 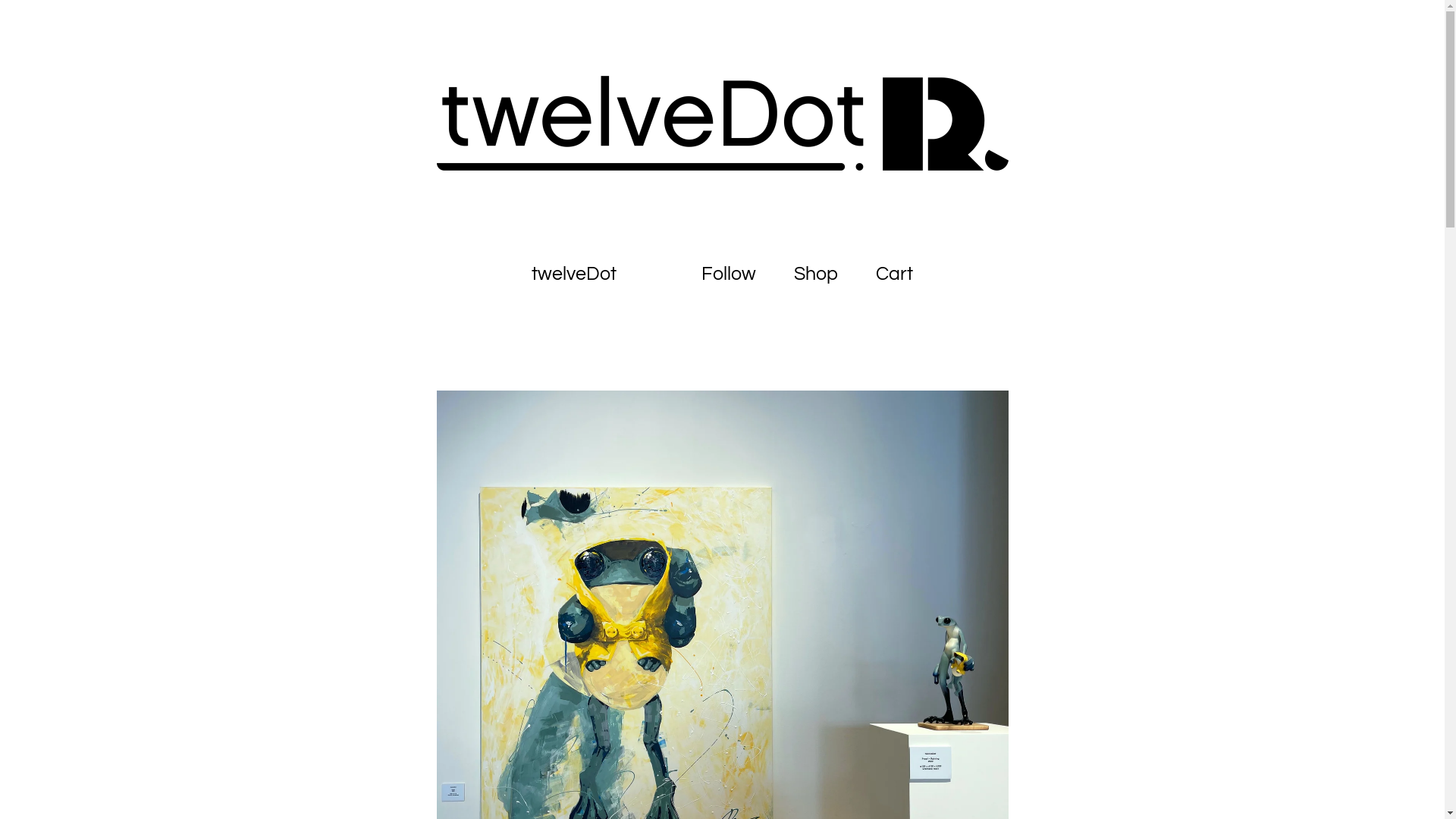 I want to click on 'Follow', so click(x=728, y=274).